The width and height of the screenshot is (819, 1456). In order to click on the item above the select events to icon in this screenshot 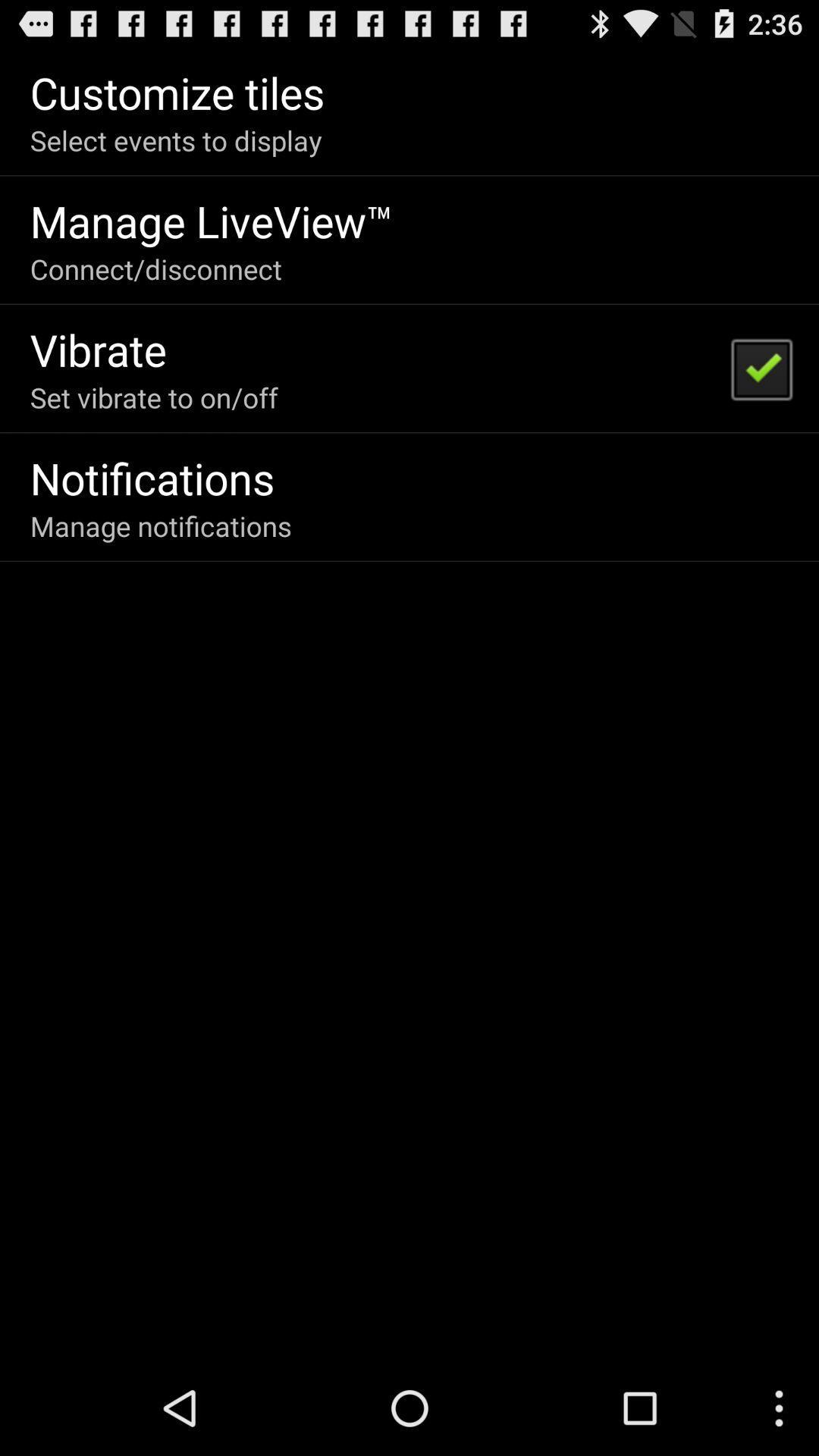, I will do `click(177, 91)`.